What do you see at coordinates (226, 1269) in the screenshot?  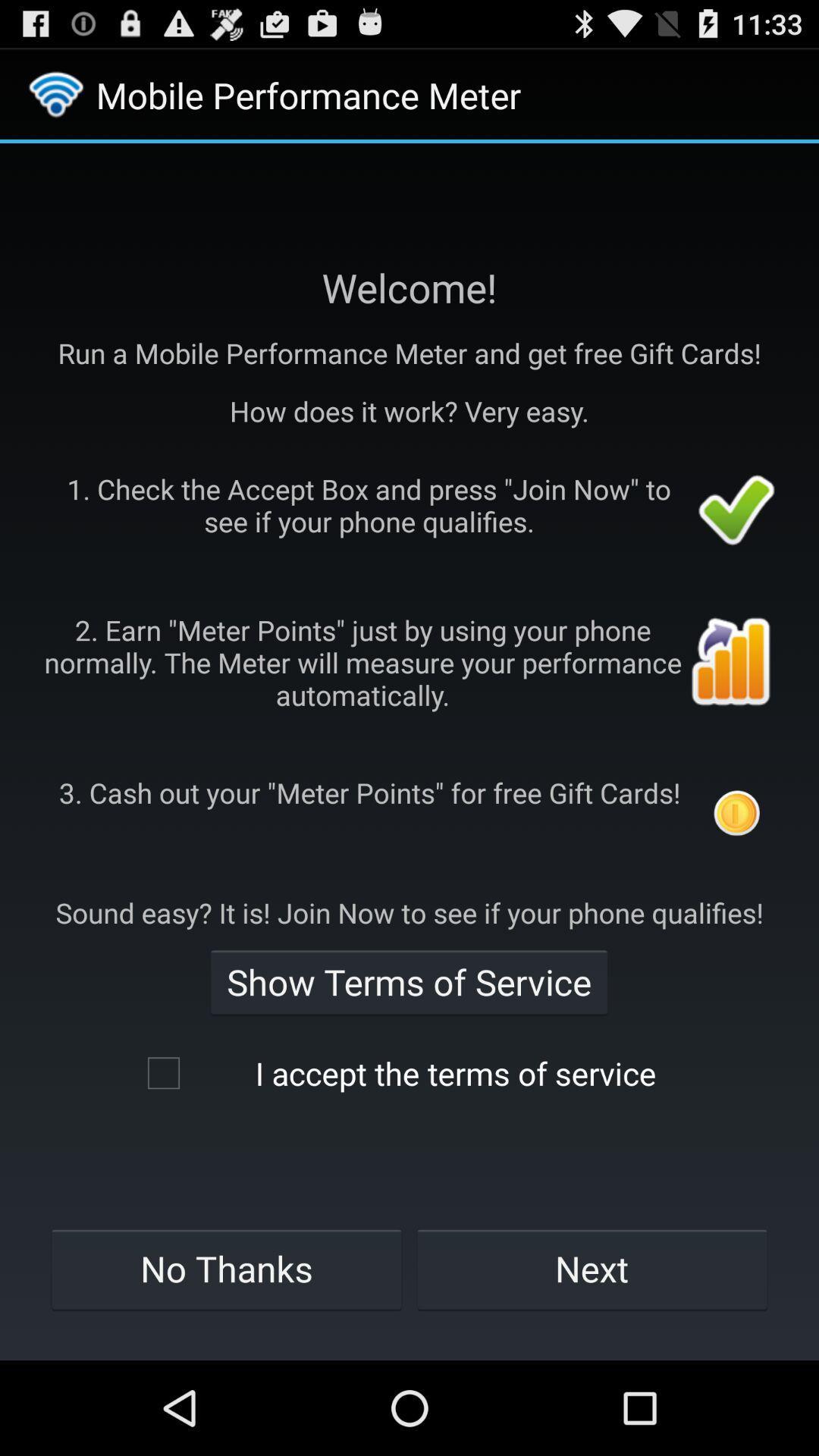 I see `the no thanks` at bounding box center [226, 1269].